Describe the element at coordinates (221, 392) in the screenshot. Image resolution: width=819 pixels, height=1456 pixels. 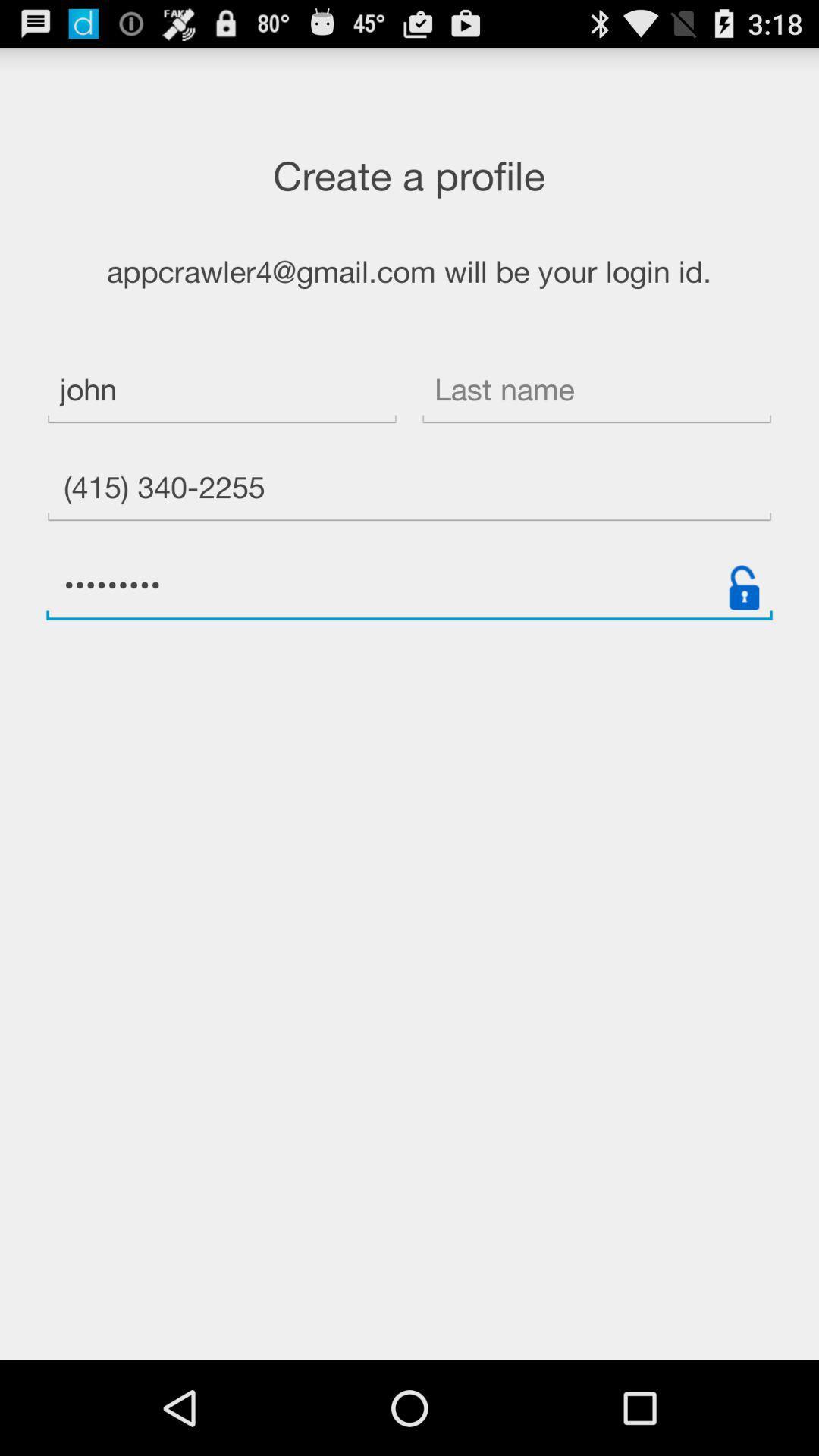
I see `john` at that location.